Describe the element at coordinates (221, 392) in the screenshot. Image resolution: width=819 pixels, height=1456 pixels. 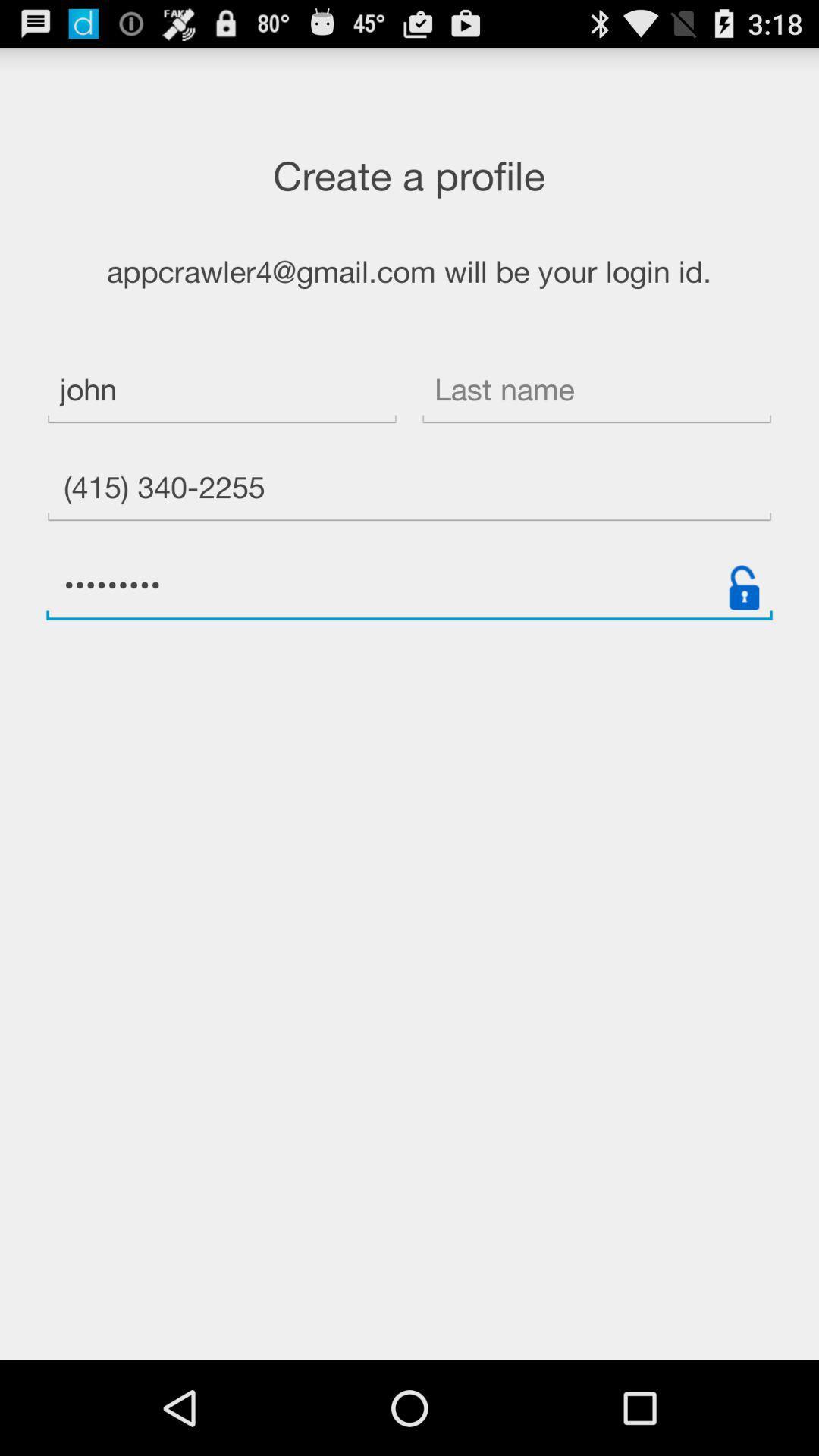
I see `john` at that location.